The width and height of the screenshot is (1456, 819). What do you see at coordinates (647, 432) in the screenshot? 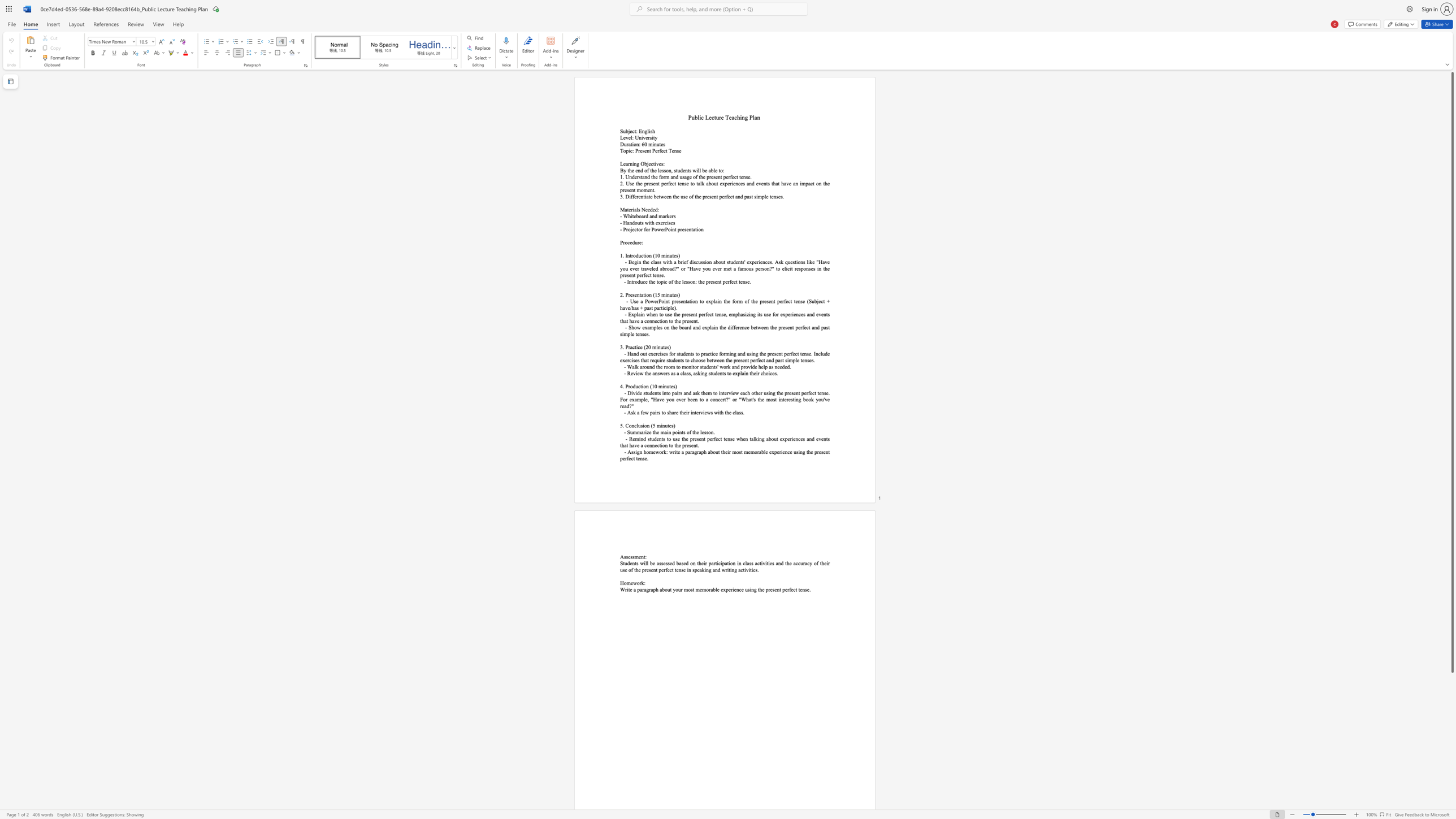
I see `the 1th character "z" in the text` at bounding box center [647, 432].